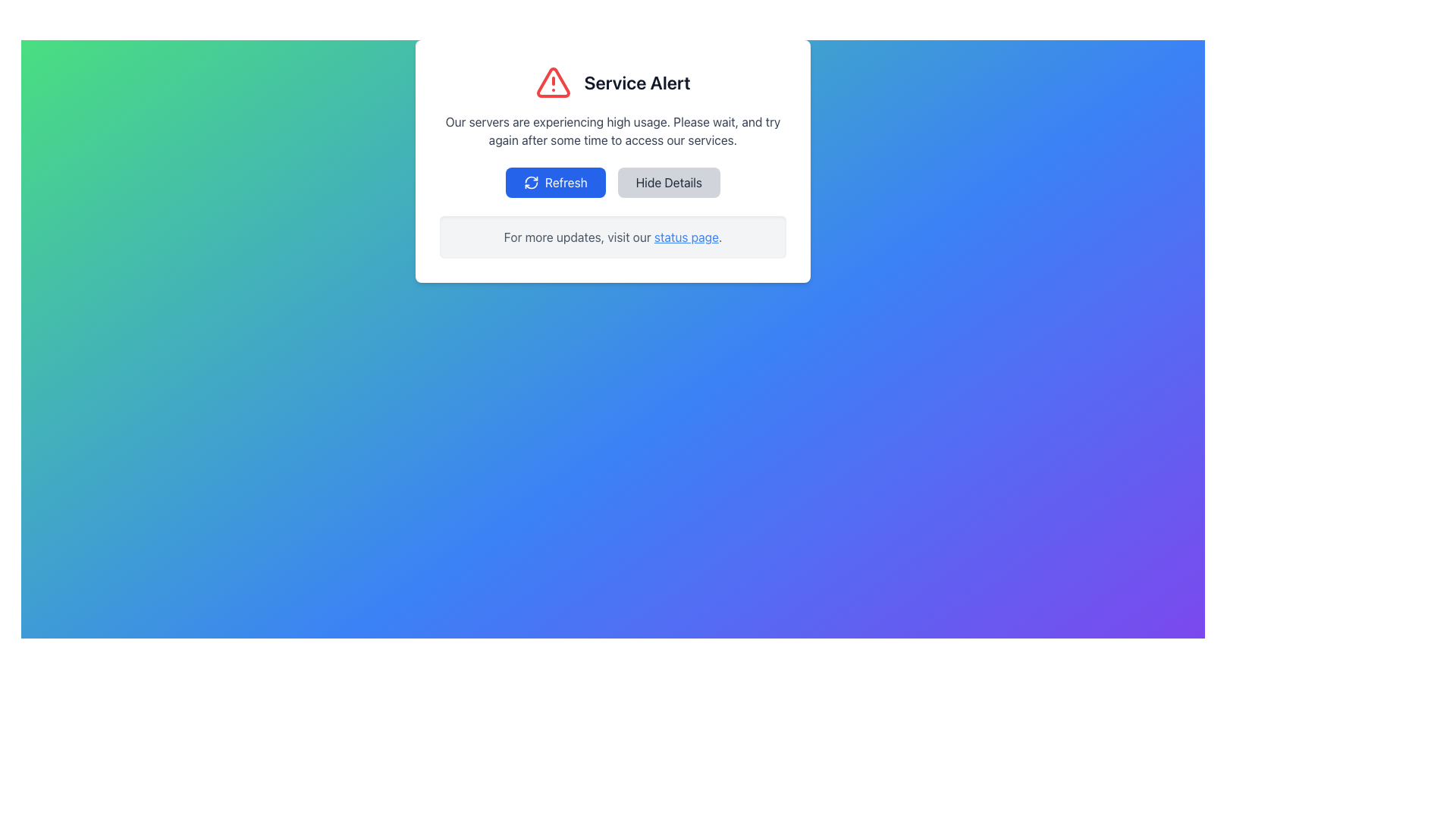 This screenshot has width=1456, height=819. Describe the element at coordinates (553, 82) in the screenshot. I see `the warning icon located to the left of the 'Service Alert' text in the modal dialog box` at that location.